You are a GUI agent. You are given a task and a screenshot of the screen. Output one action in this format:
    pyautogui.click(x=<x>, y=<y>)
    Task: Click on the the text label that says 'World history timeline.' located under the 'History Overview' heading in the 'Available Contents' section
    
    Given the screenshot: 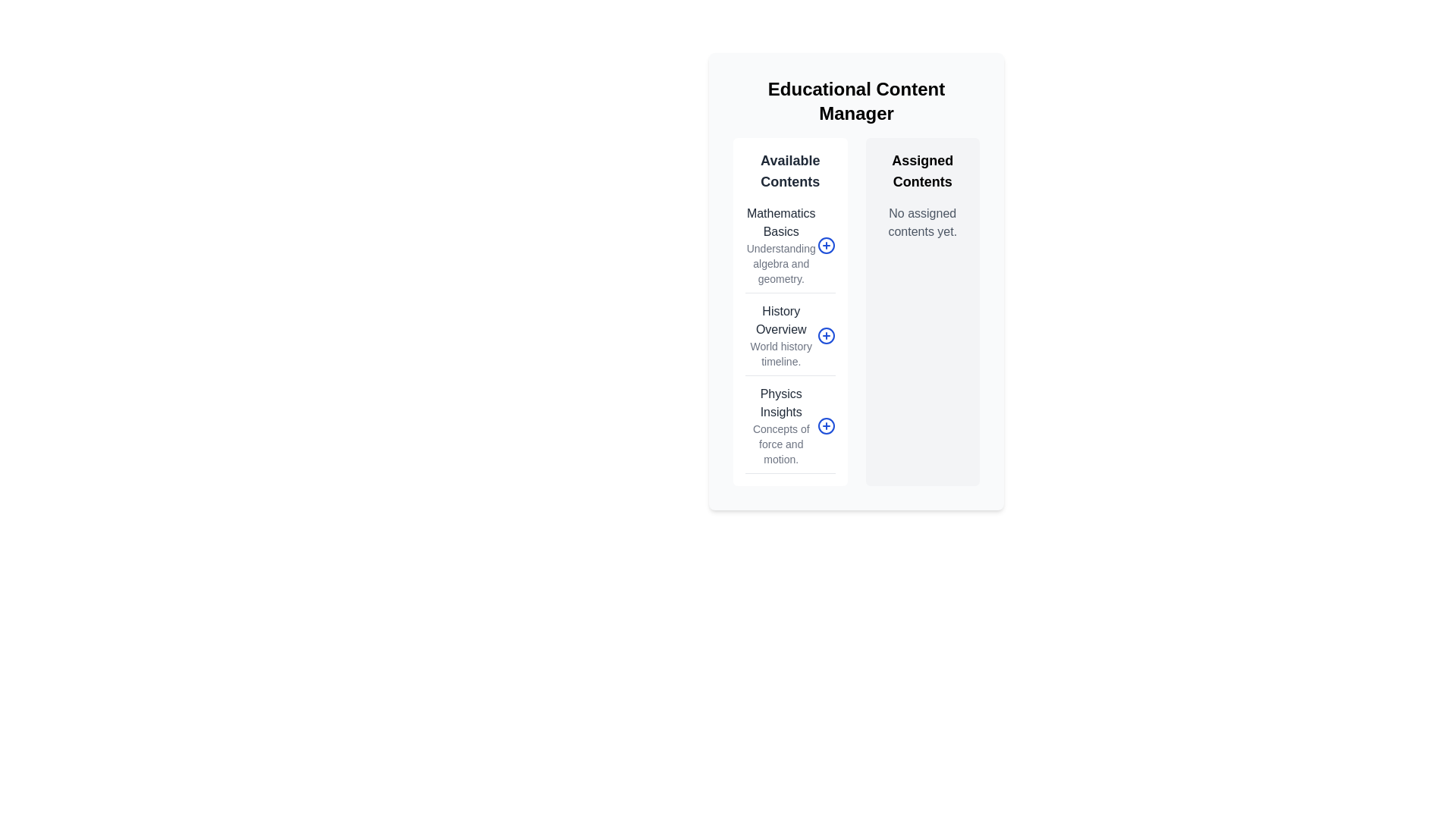 What is the action you would take?
    pyautogui.click(x=781, y=353)
    